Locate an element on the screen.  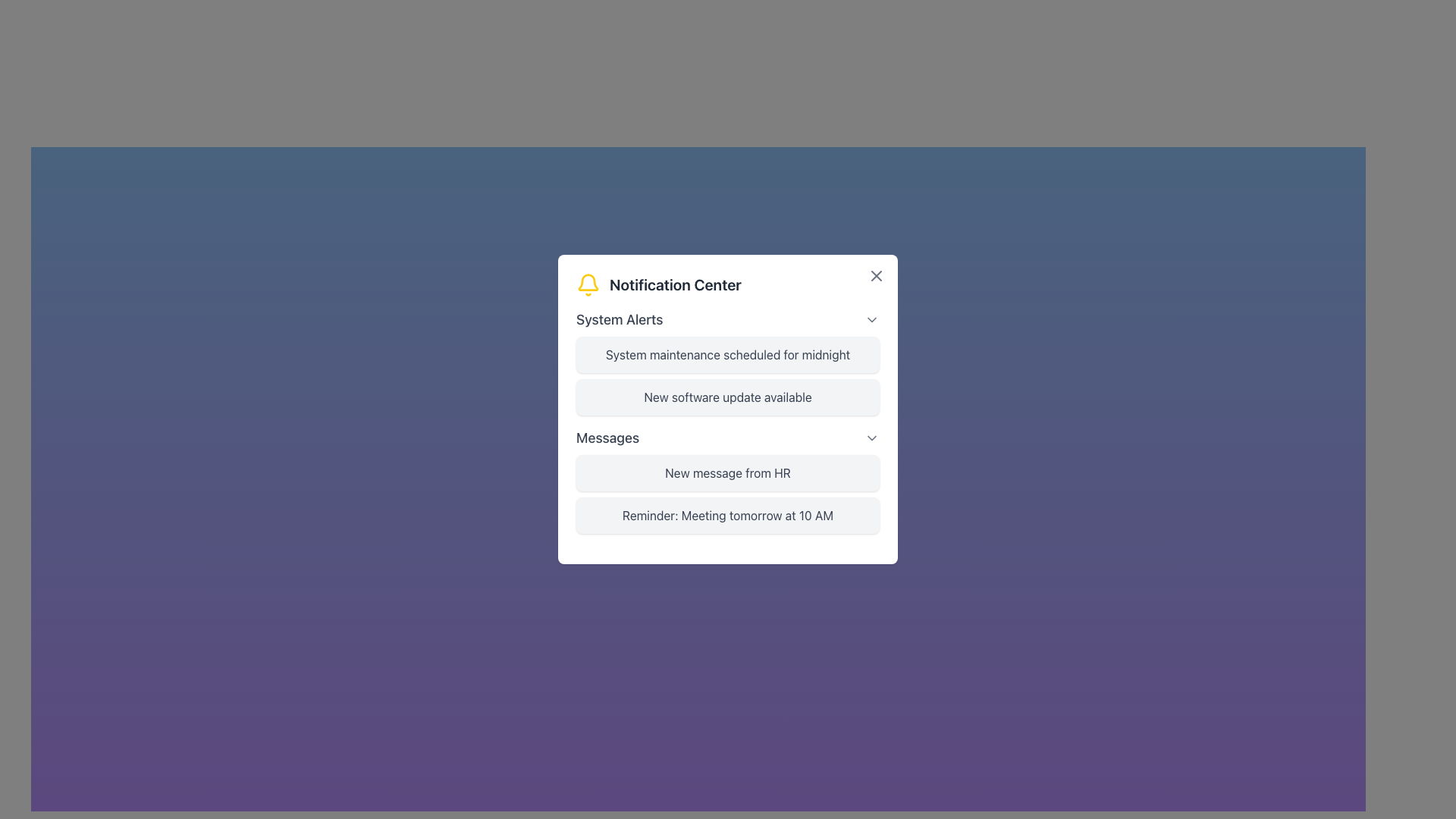
the Notification card that informs the user of a new message from HR, located in the 'Messages' section of the 'Notification Center' is located at coordinates (728, 472).